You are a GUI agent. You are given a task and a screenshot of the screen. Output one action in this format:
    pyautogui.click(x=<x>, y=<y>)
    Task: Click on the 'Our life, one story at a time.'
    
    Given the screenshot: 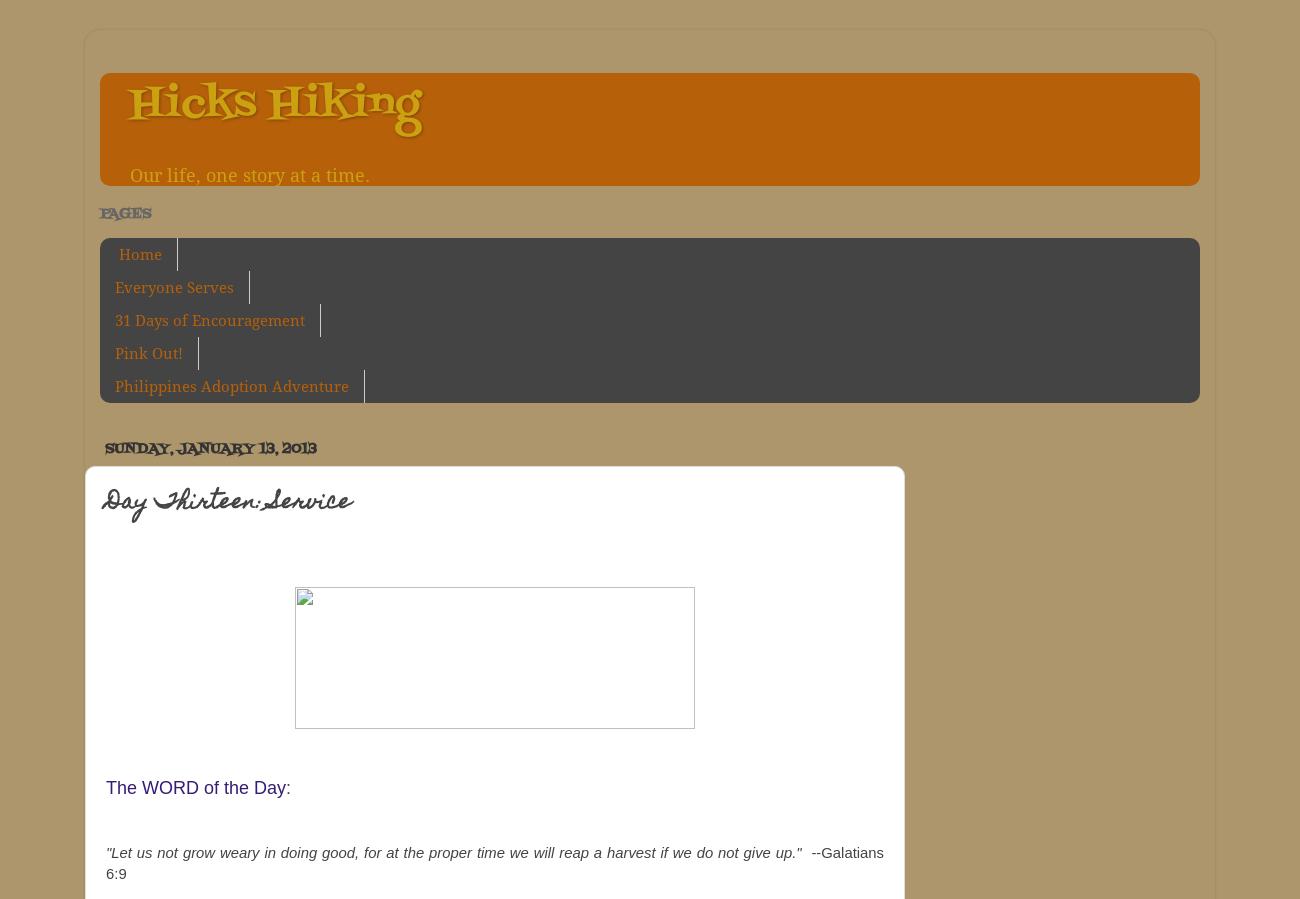 What is the action you would take?
    pyautogui.click(x=248, y=176)
    